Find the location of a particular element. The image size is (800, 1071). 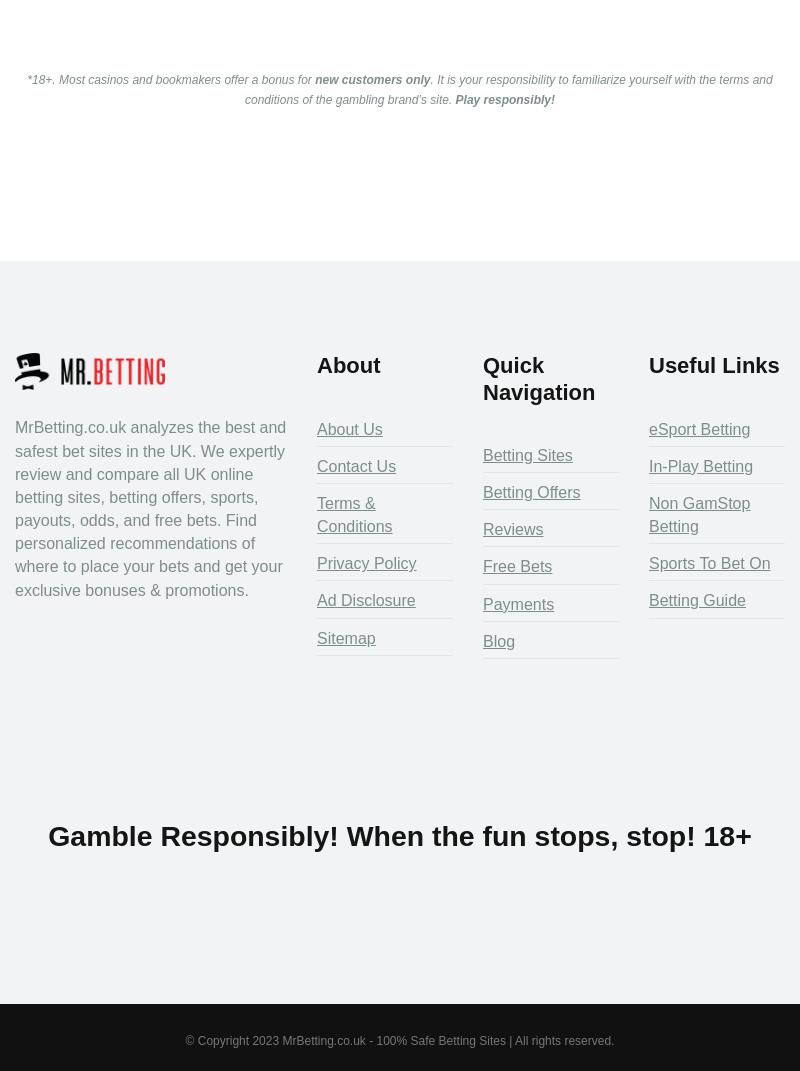

'MrBetting.co.uk analyzes the best and safest bet sites in the UK. We expertly review and compare all UK online betting sites, betting offers, sports, payouts, odds, and free bets. Find personalized recommendations of where to place your bets and get your exclusive bonuses & promotions.' is located at coordinates (150, 507).